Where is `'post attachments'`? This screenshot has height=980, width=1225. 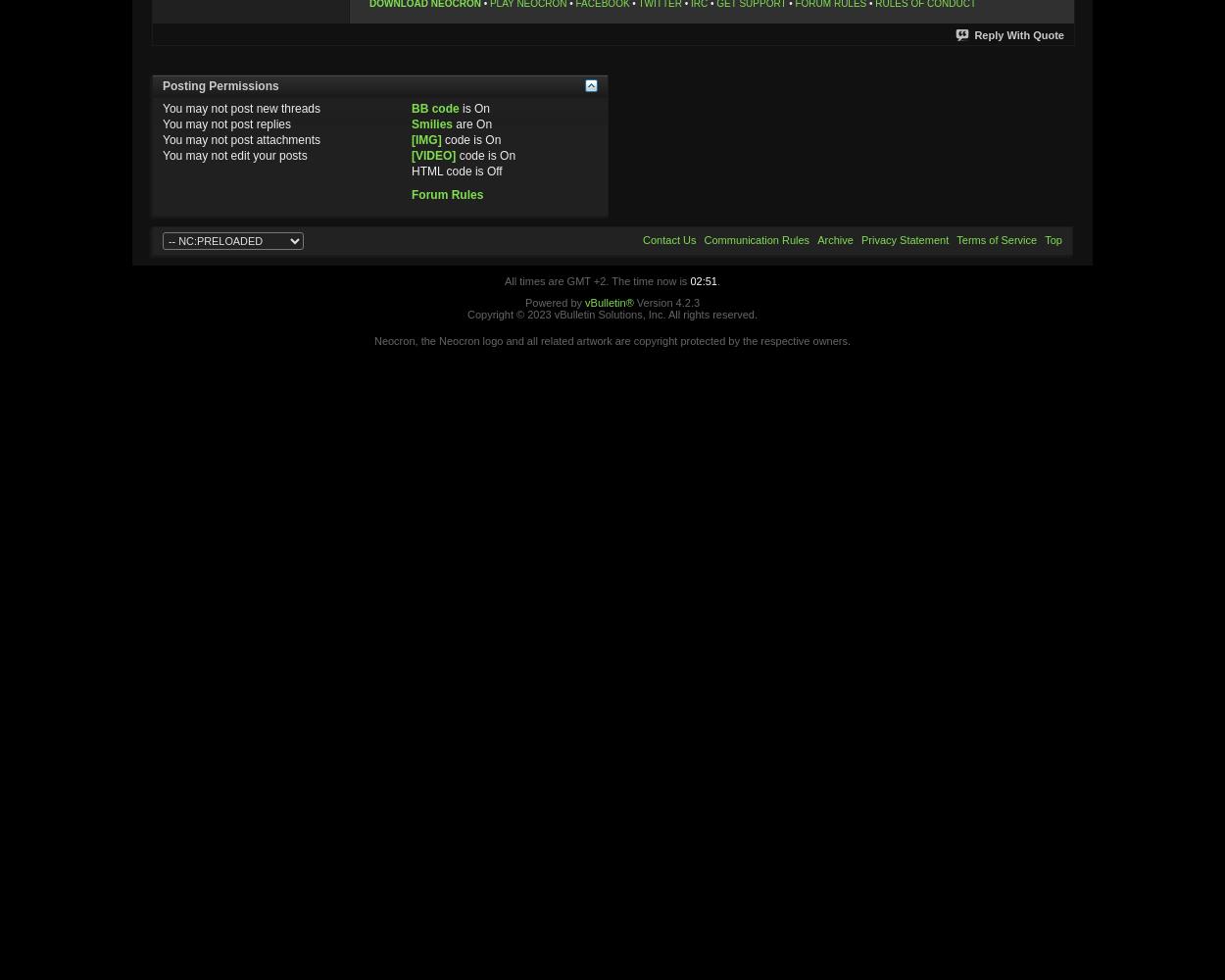
'post attachments' is located at coordinates (225, 139).